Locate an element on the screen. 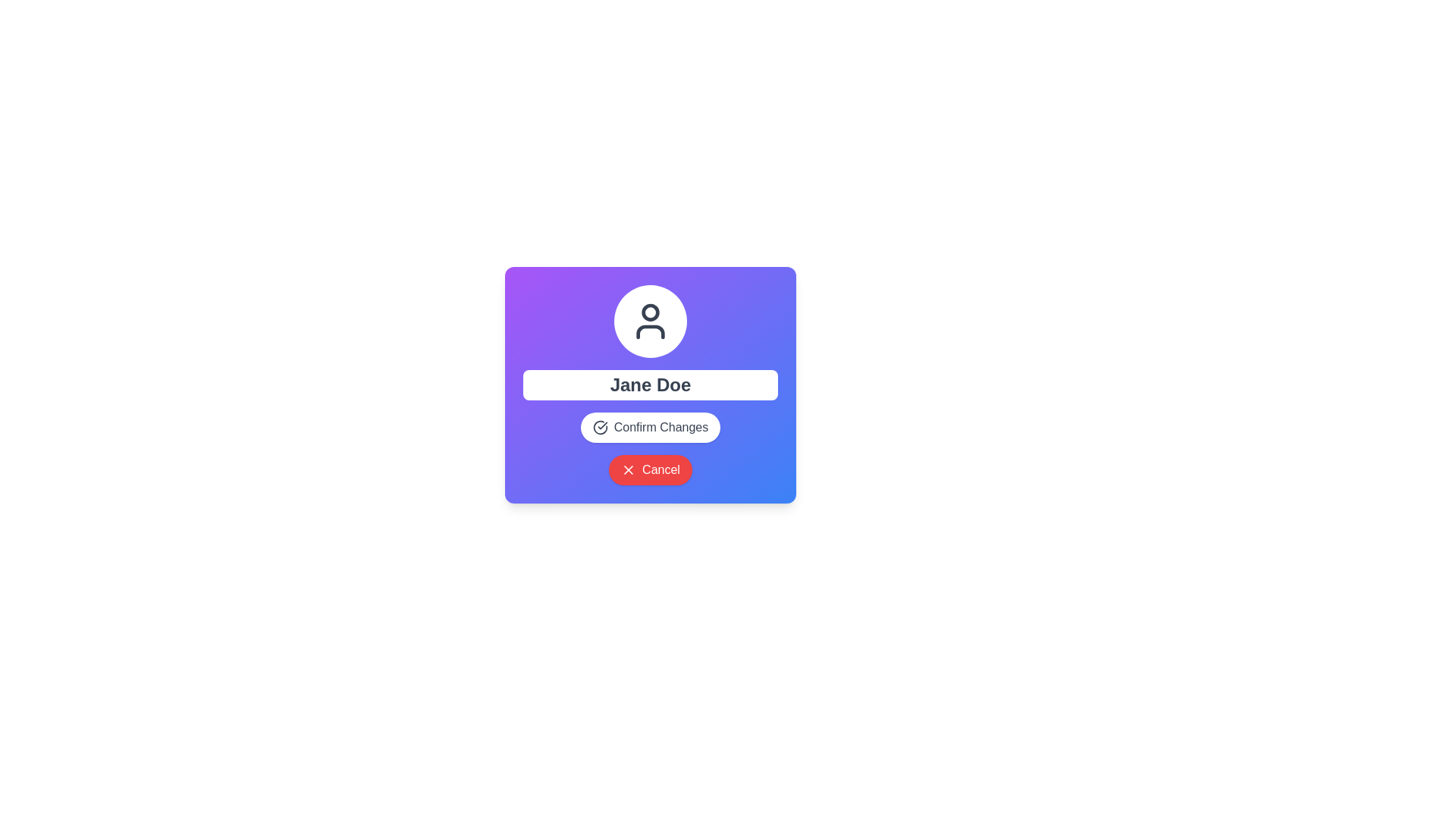  the small red circular icon resembling a cross located to the left of the 'Cancel' button is located at coordinates (629, 469).